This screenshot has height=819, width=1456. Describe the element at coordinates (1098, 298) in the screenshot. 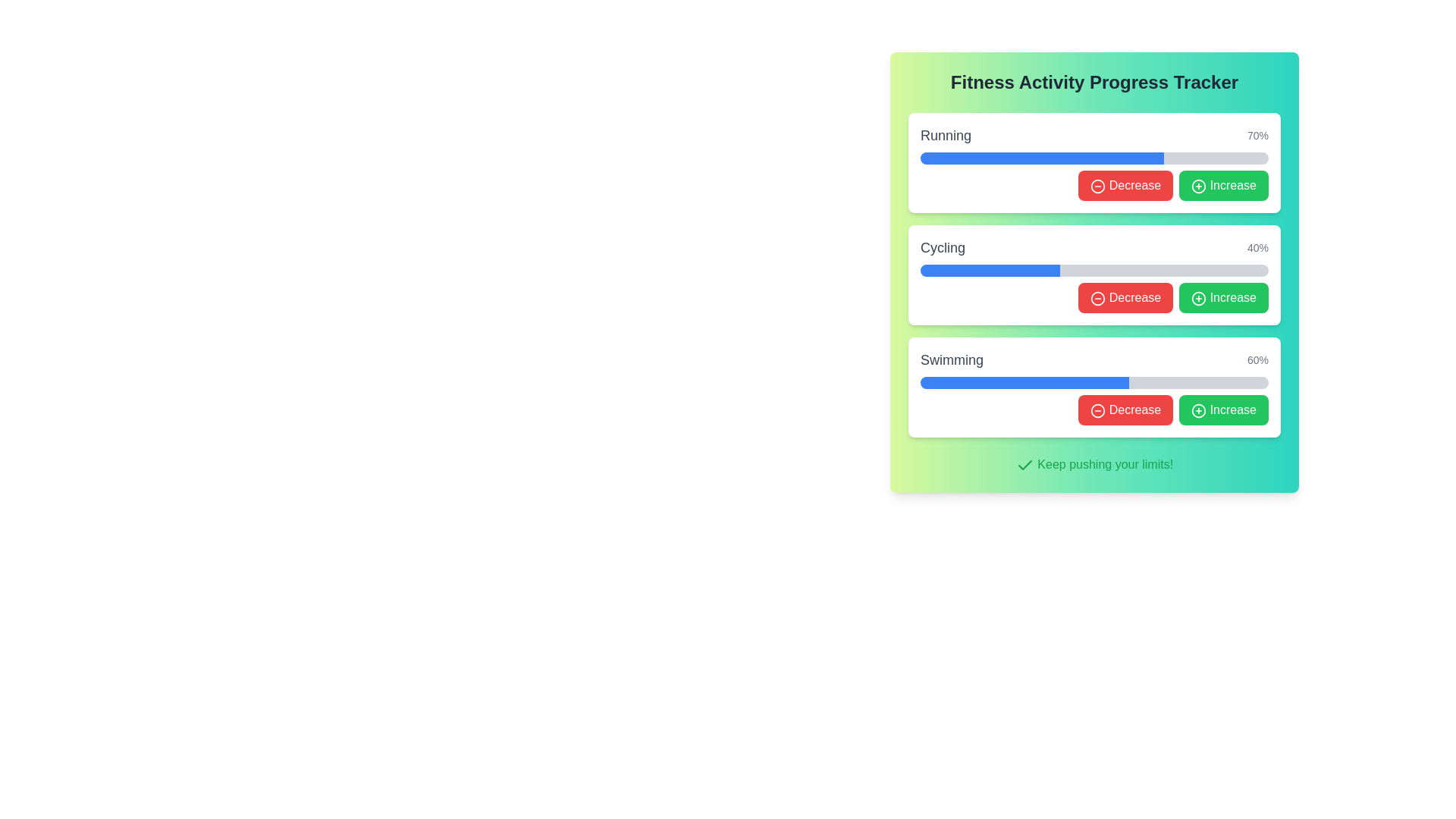

I see `the icon indicating the 'Decrease' function within the red button labeled 'Decrease' on the 'Cycling' progress card` at that location.